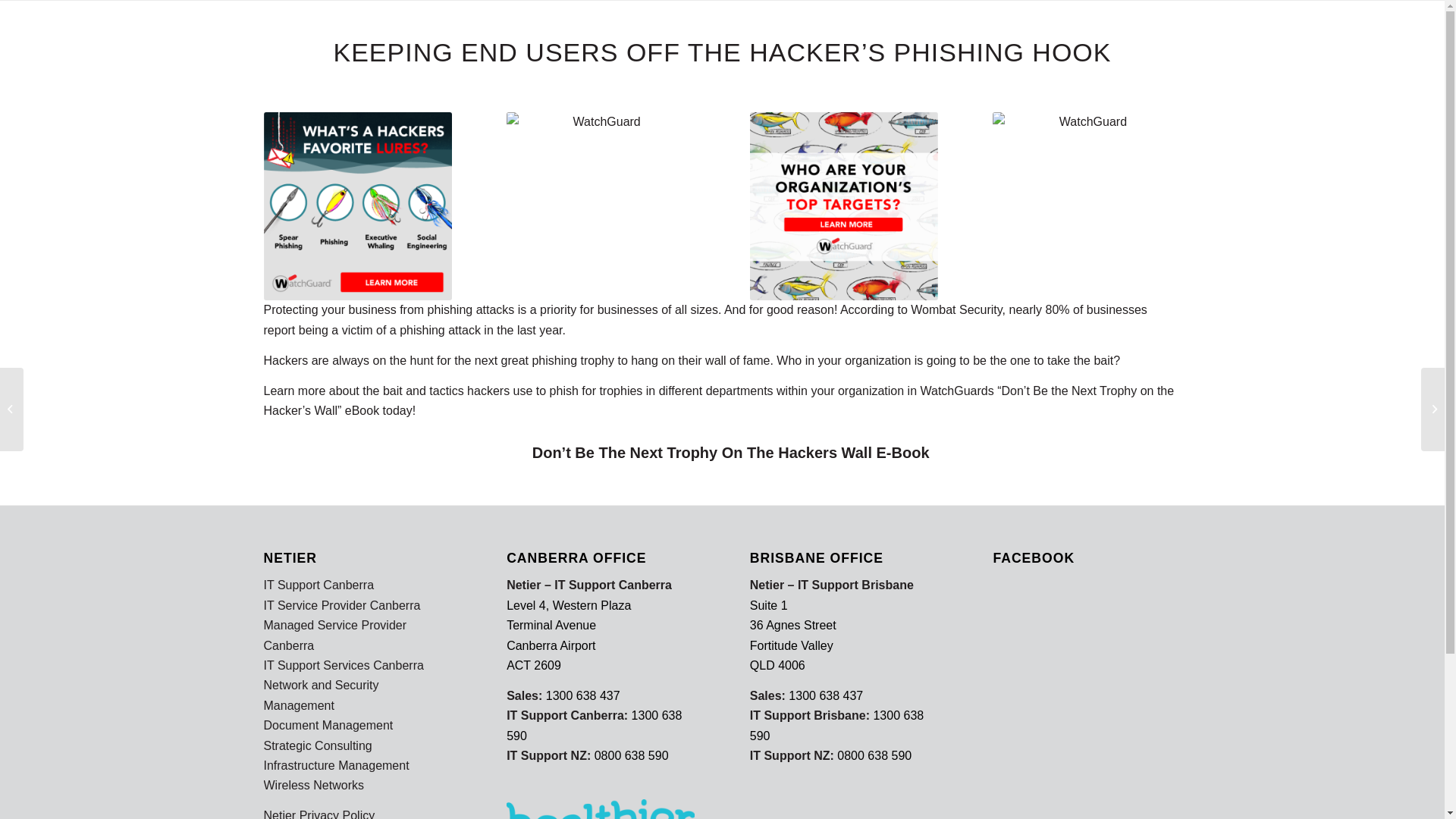 Image resolution: width=1456 pixels, height=819 pixels. I want to click on 'Network and Security Management', so click(320, 695).